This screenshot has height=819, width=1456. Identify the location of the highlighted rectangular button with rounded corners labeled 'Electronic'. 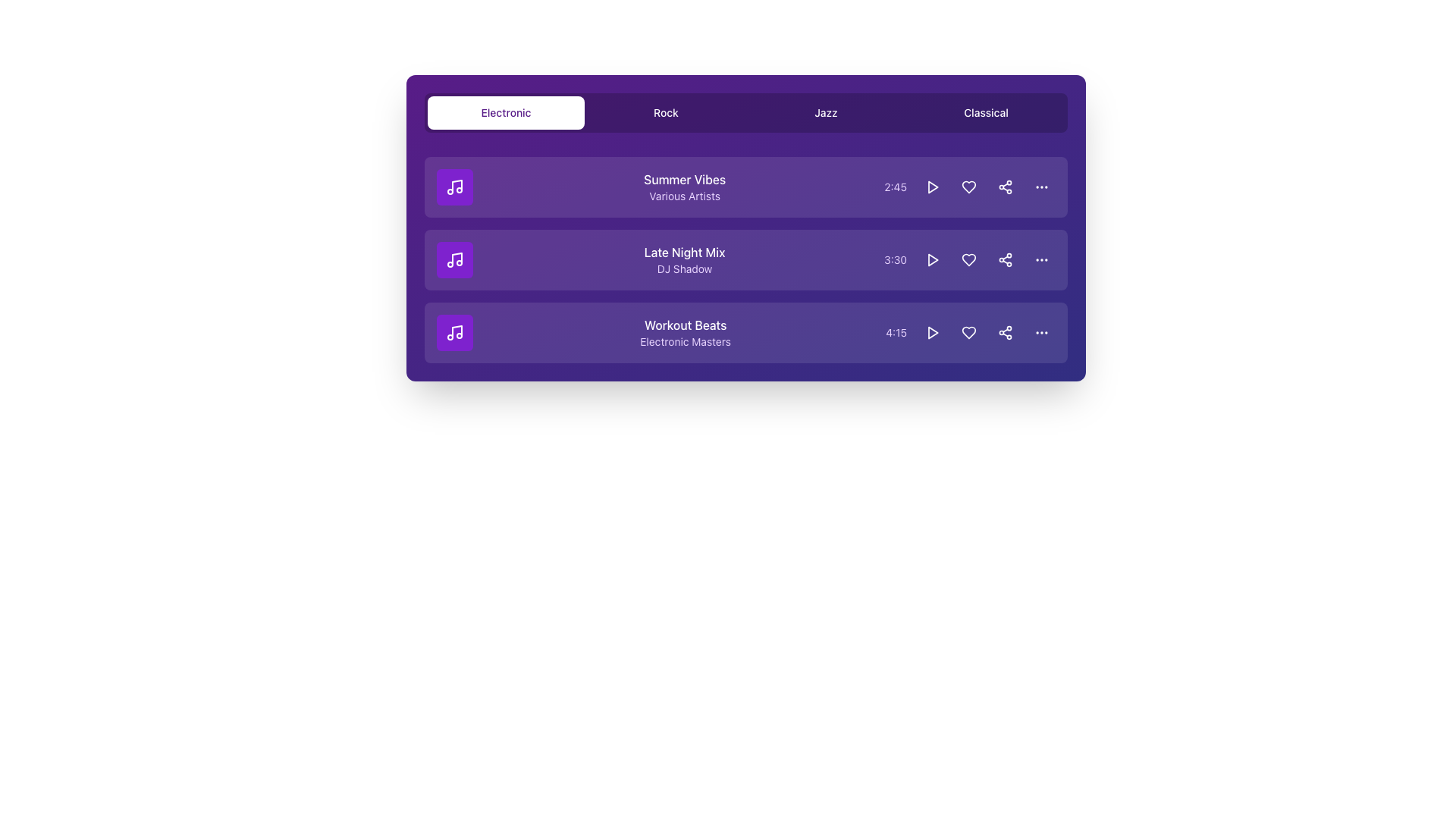
(506, 112).